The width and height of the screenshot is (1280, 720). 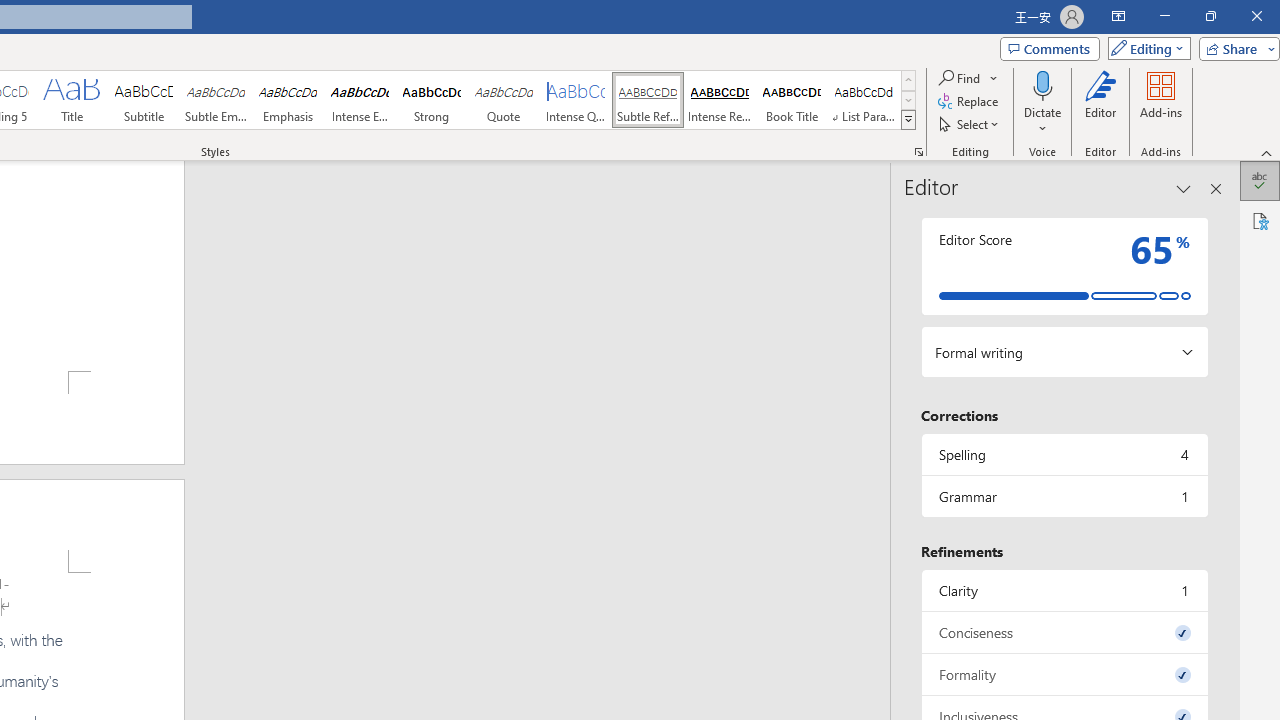 I want to click on 'Intense Quote', so click(x=575, y=100).